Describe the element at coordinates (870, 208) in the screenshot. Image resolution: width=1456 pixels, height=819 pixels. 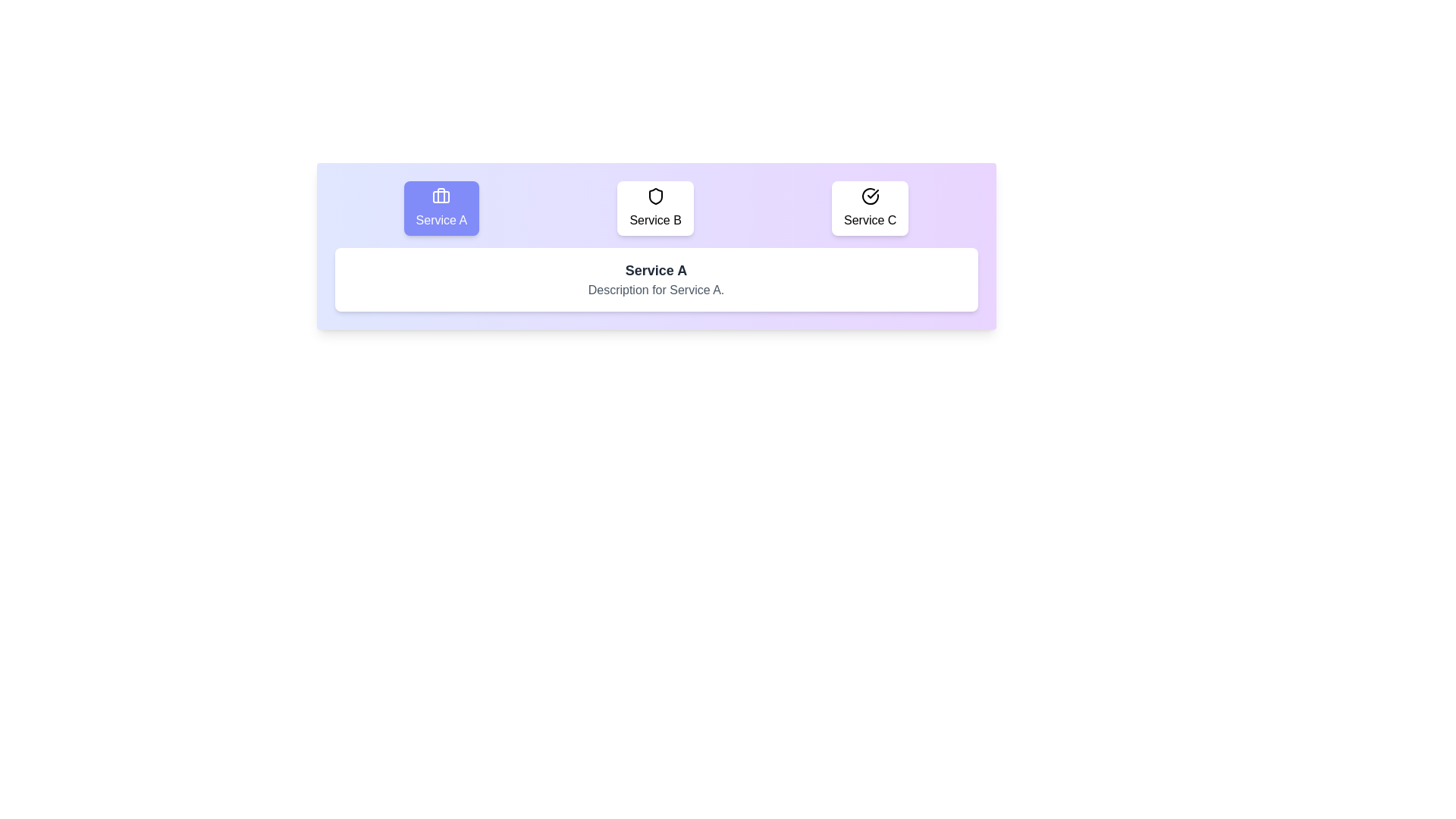
I see `the button labeled 'Service C', which has a white background, a checkmark icon in a circle above the text` at that location.